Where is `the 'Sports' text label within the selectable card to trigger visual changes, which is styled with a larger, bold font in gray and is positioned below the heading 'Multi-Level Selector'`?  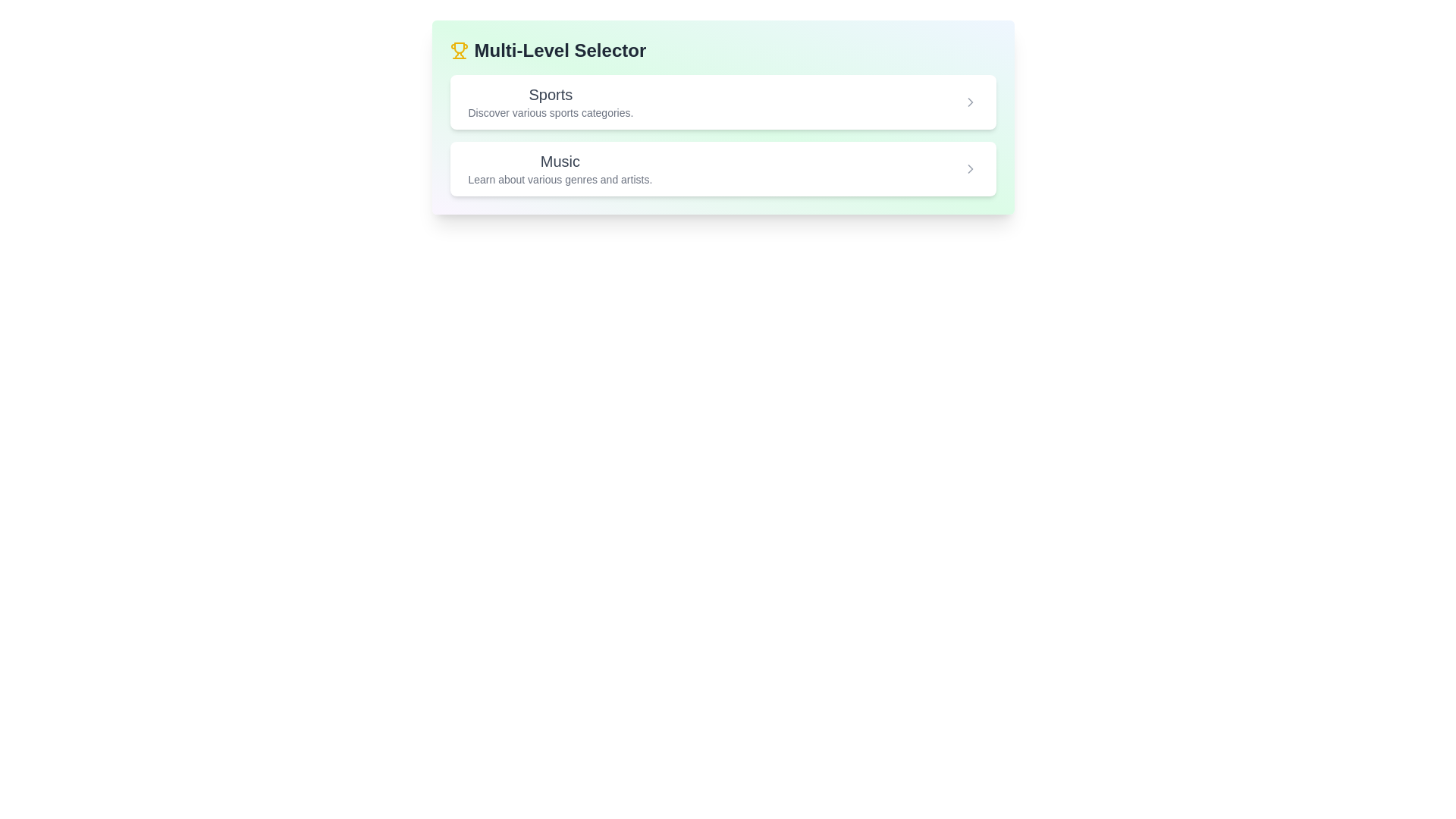 the 'Sports' text label within the selectable card to trigger visual changes, which is styled with a larger, bold font in gray and is positioned below the heading 'Multi-Level Selector' is located at coordinates (550, 102).